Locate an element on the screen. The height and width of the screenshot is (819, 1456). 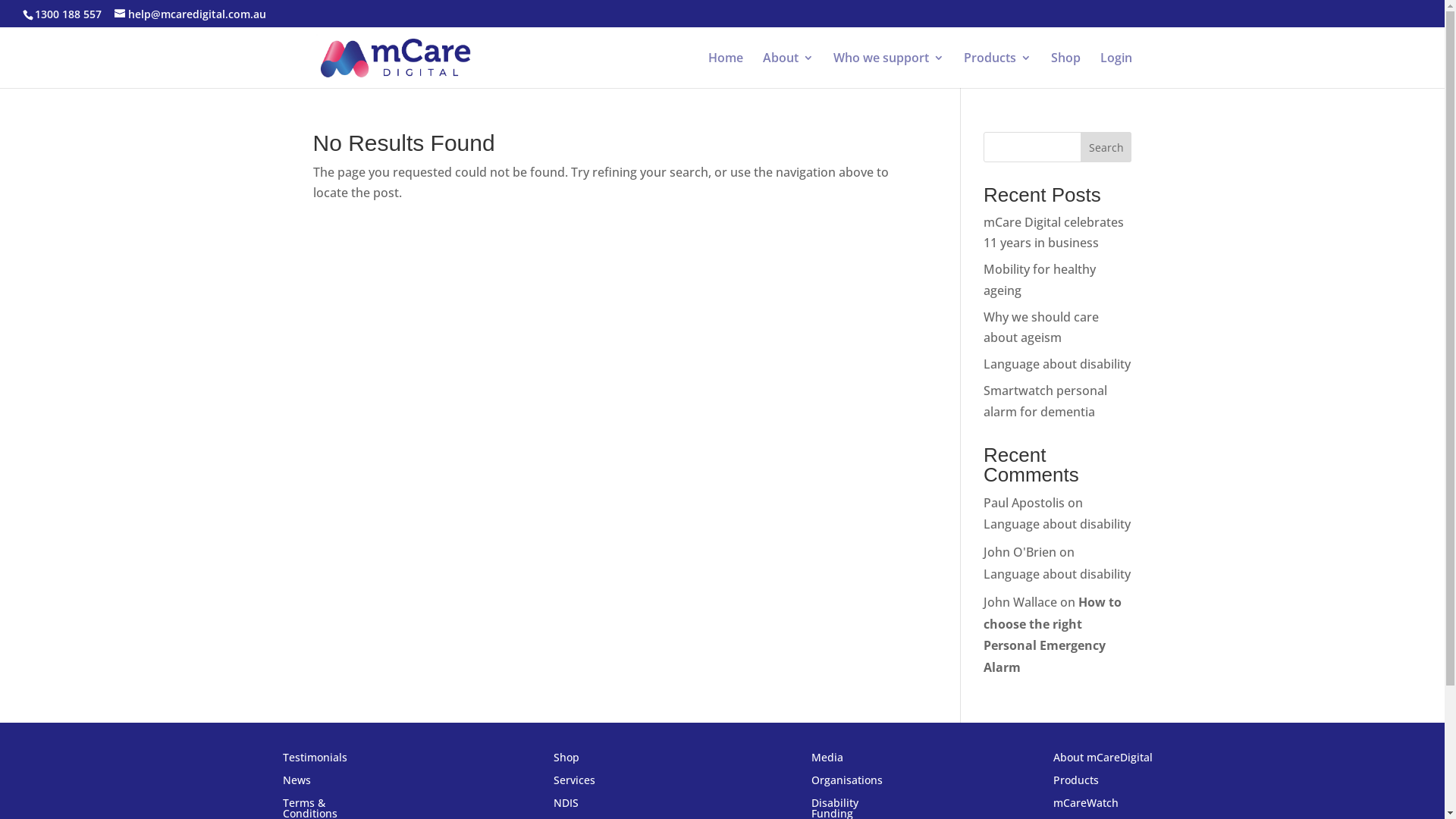
'About' is located at coordinates (788, 70).